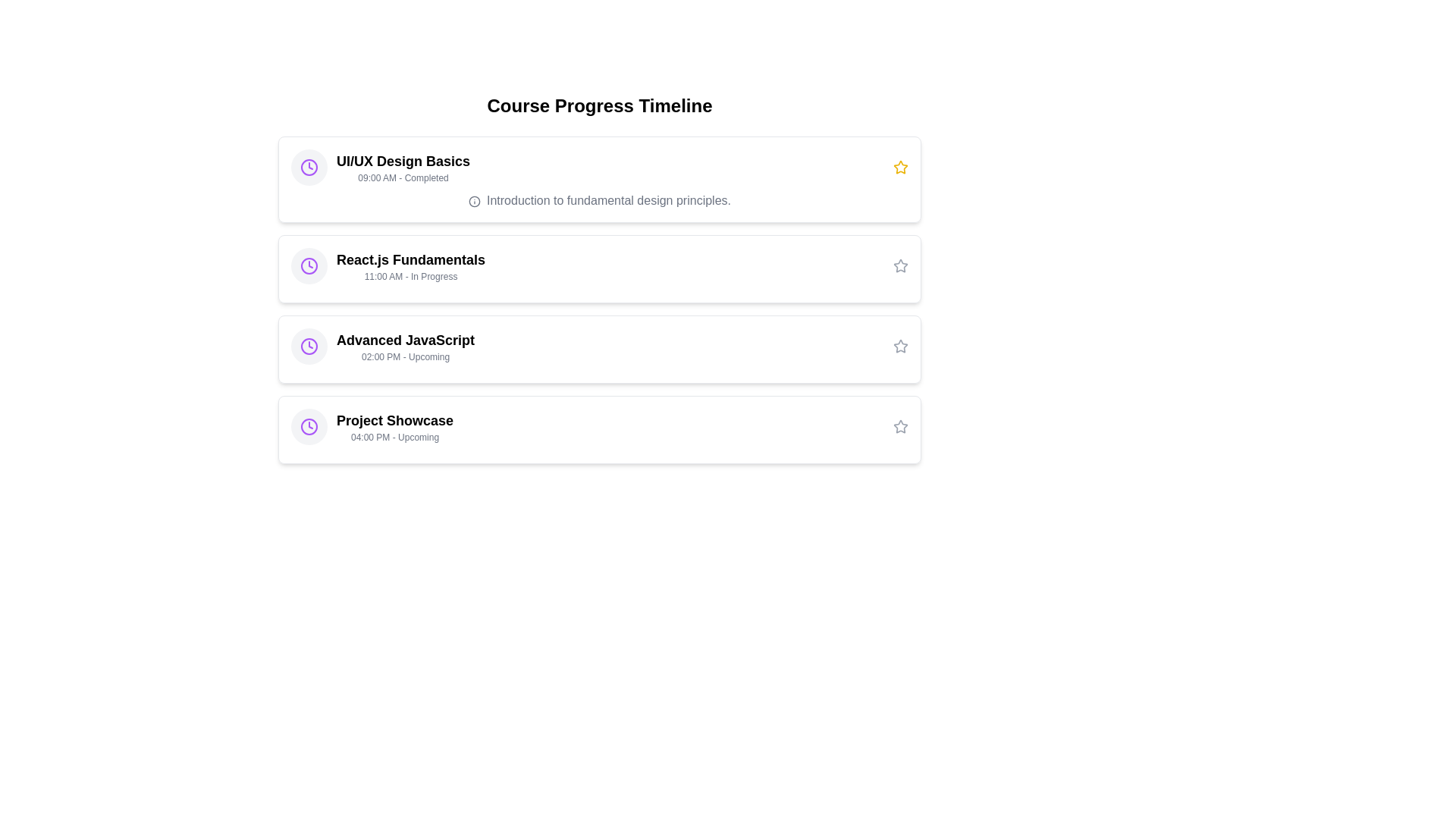 The image size is (1456, 819). Describe the element at coordinates (901, 427) in the screenshot. I see `the star icon located at the far right of the fourth item in the list under 'Course Progress Timeline'` at that location.